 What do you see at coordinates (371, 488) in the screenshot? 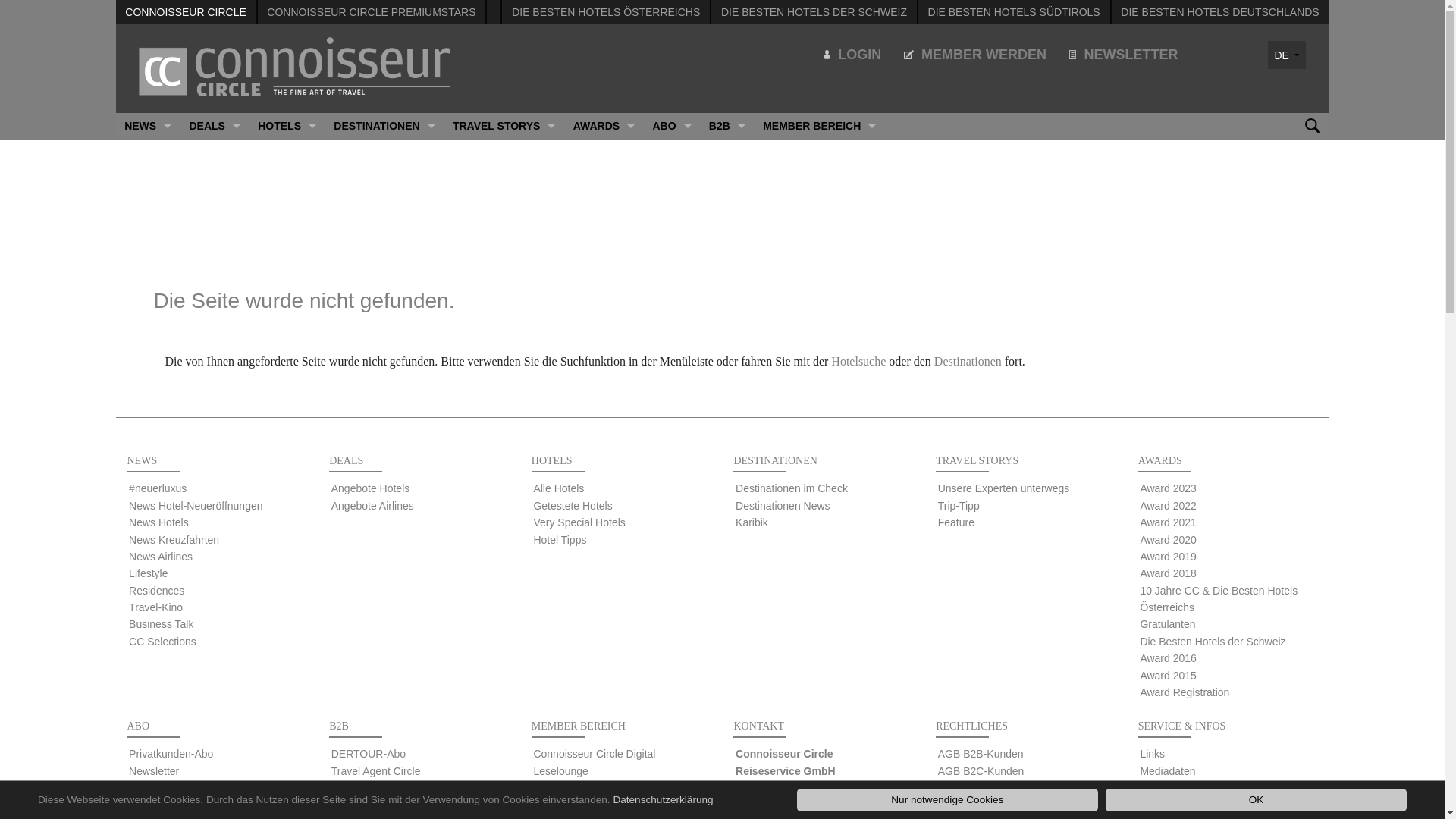
I see `'Angebote Hotels'` at bounding box center [371, 488].